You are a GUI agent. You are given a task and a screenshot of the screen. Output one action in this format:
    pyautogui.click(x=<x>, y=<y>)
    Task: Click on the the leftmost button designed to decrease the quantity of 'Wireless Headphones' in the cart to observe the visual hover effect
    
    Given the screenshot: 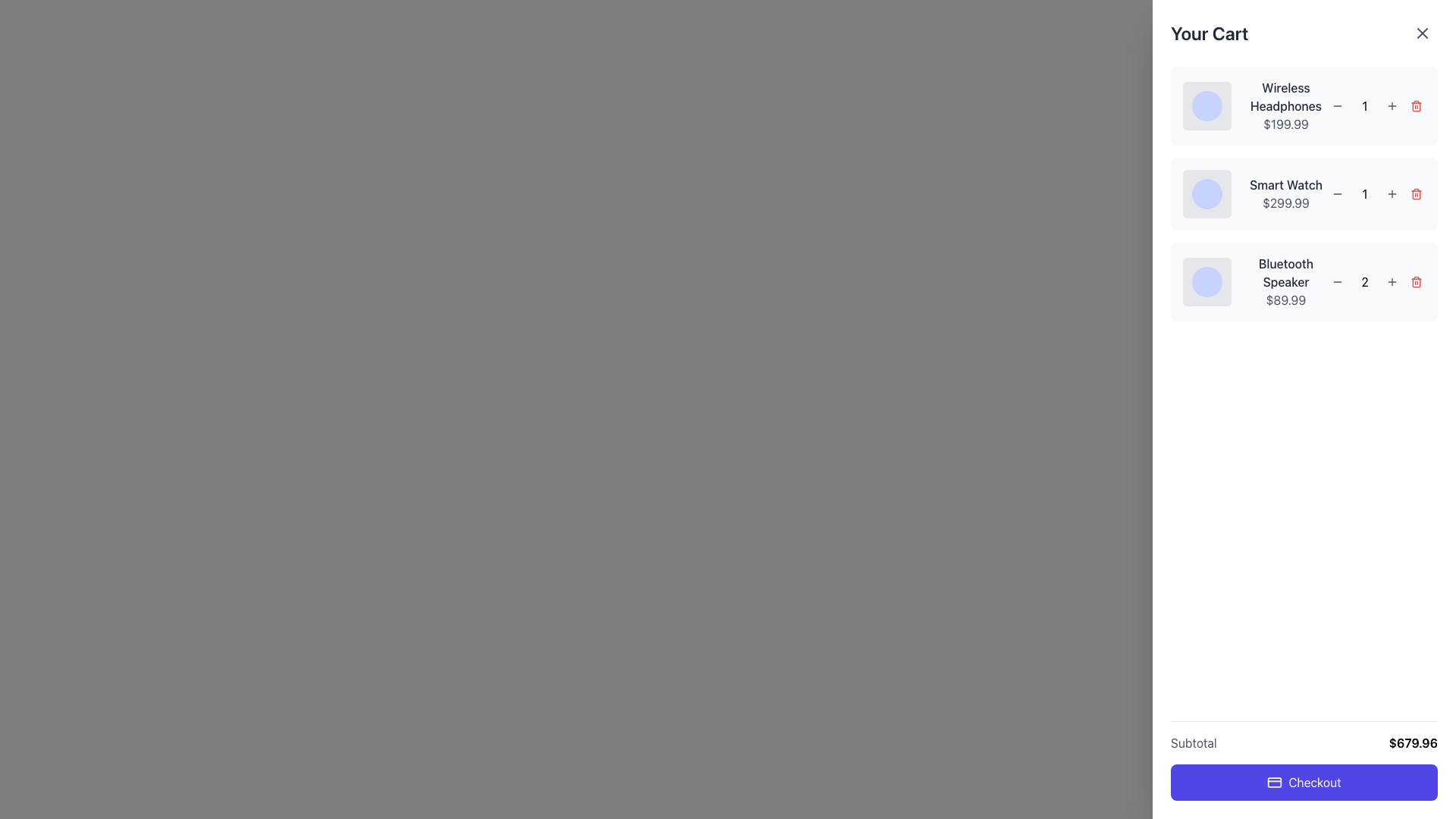 What is the action you would take?
    pyautogui.click(x=1337, y=105)
    